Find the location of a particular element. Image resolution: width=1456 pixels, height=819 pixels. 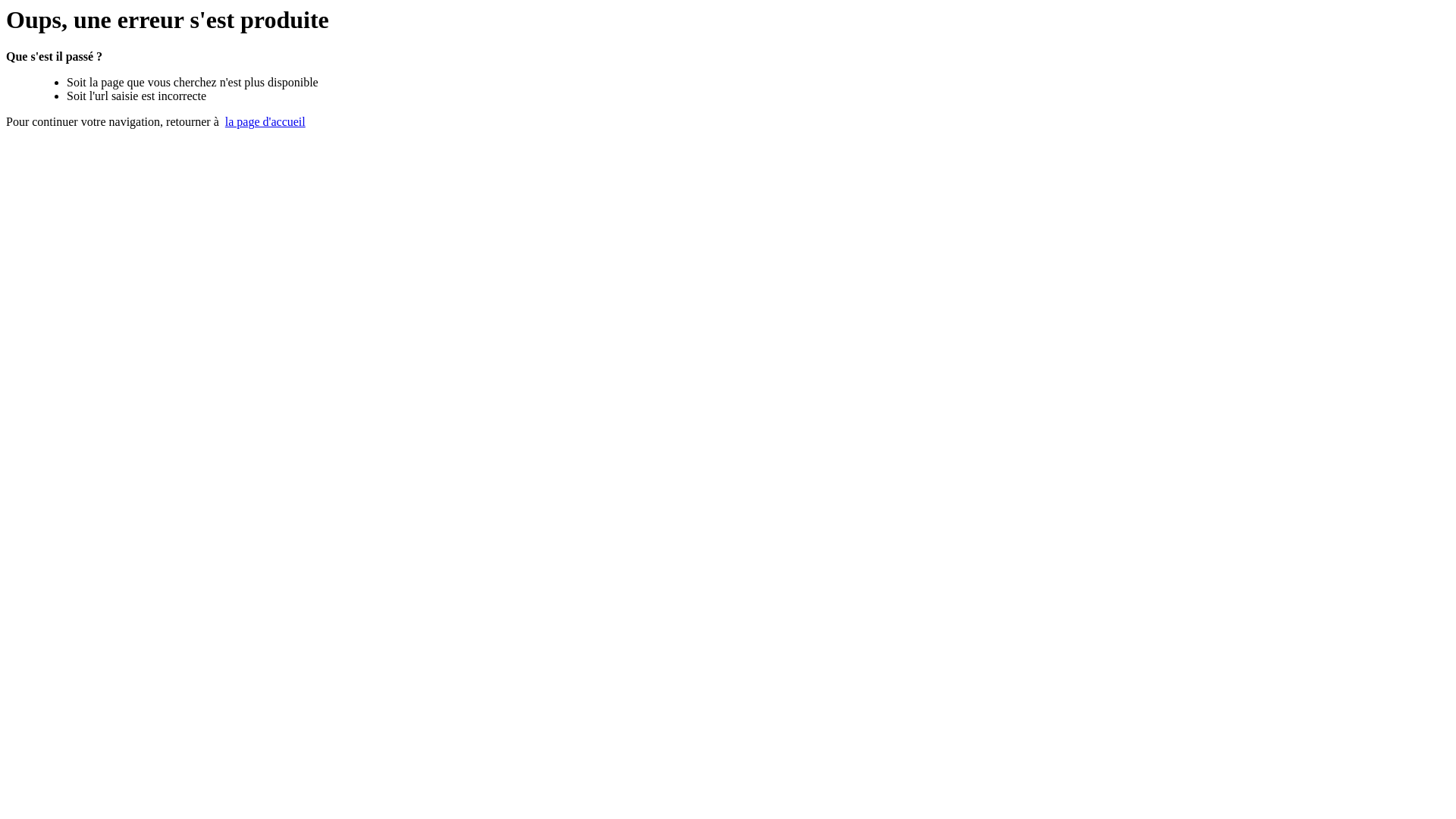

'la page d'accueil' is located at coordinates (265, 121).